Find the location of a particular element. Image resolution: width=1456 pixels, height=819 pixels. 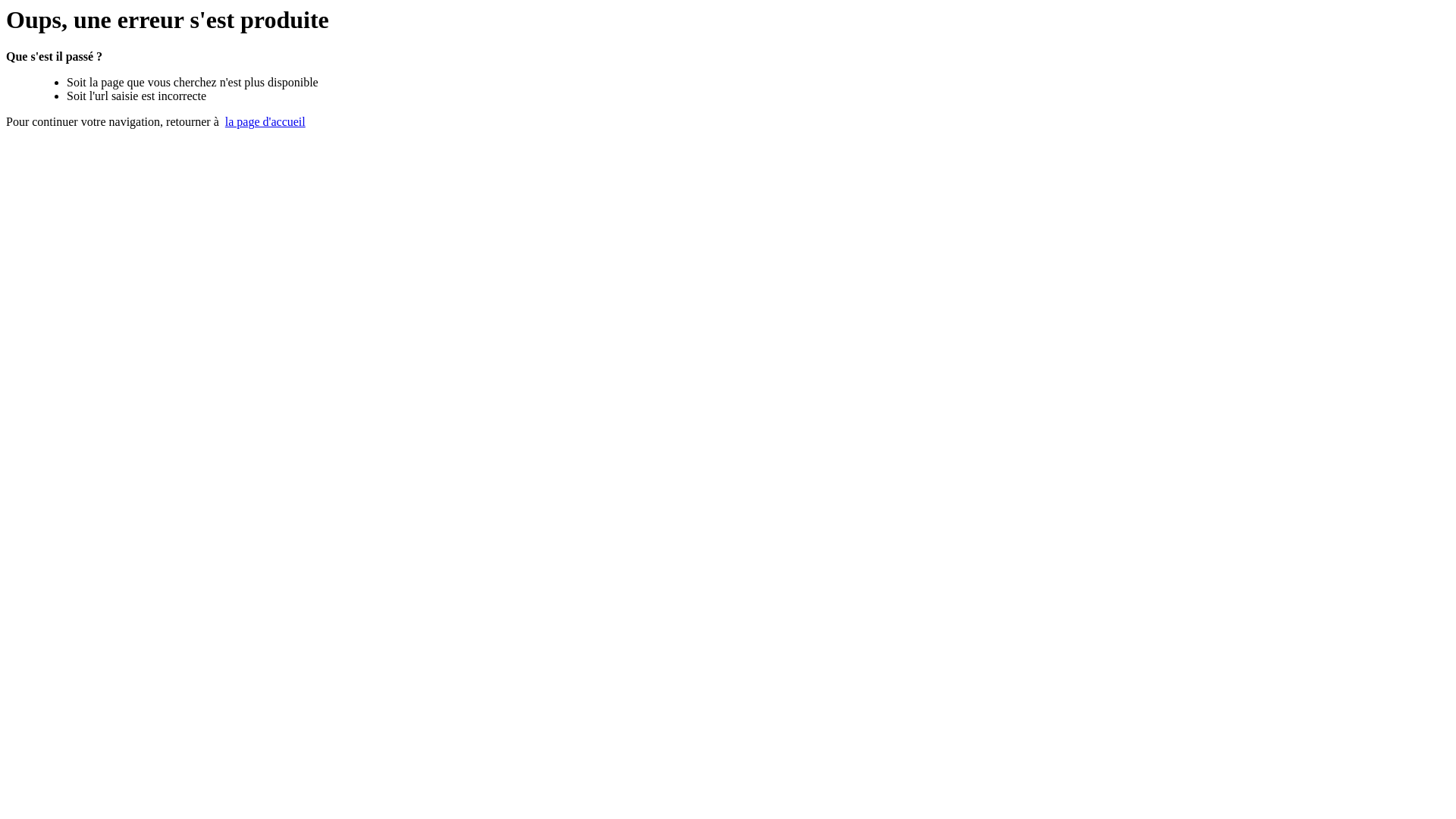

'la page d'accueil' is located at coordinates (265, 121).